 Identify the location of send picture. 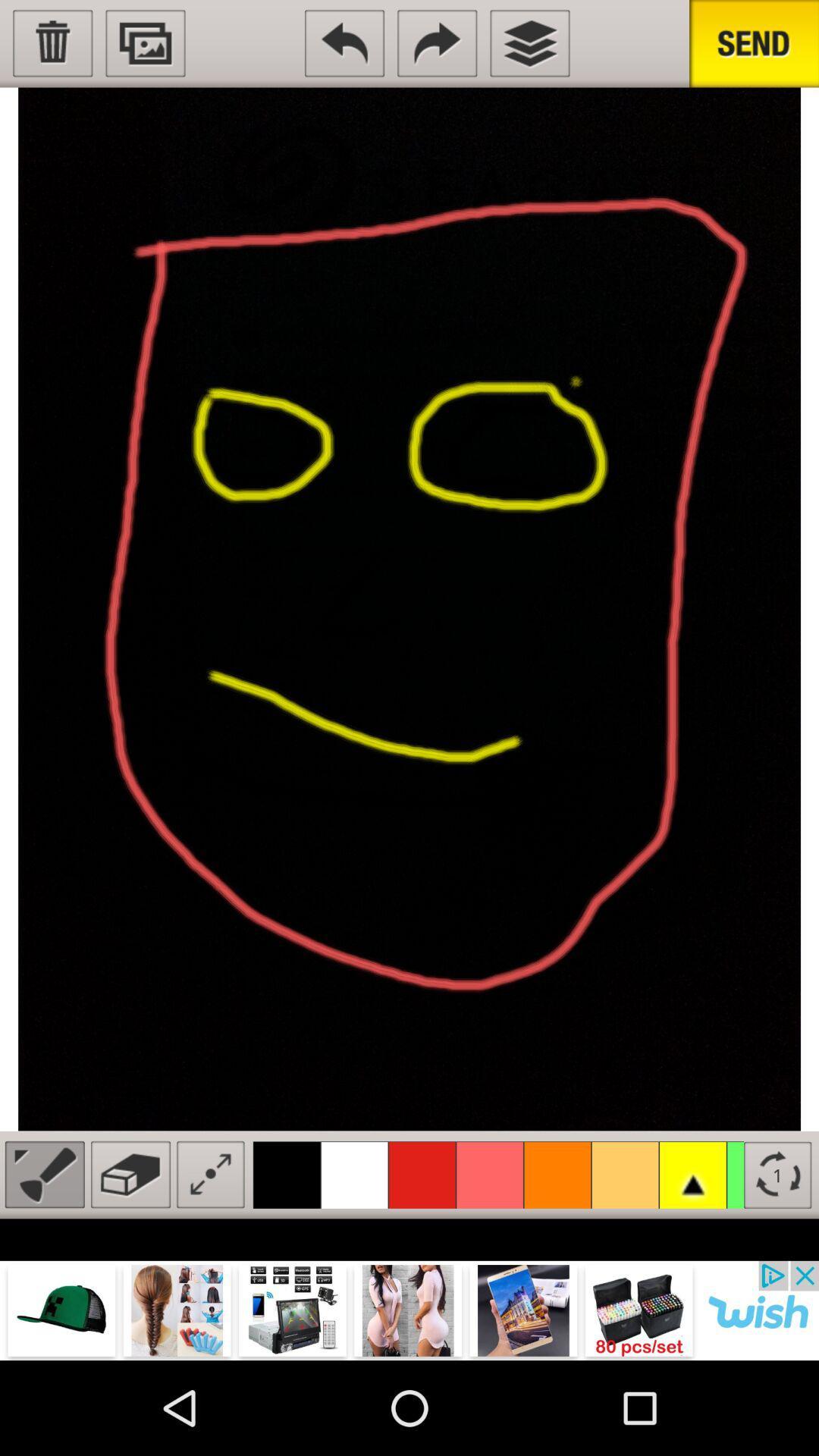
(754, 43).